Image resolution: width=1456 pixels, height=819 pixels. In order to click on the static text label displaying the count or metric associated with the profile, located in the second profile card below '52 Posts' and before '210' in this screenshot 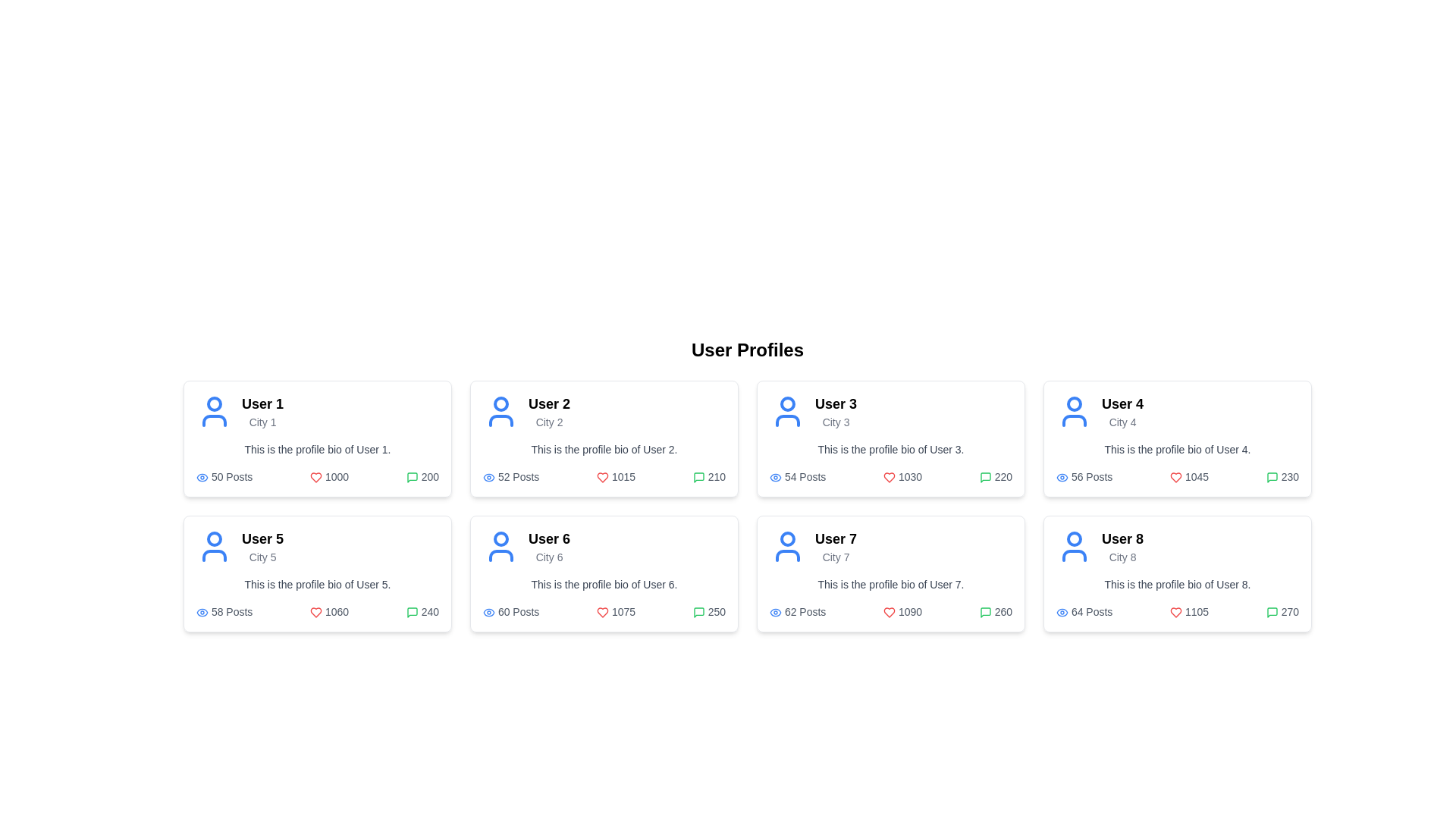, I will do `click(616, 475)`.